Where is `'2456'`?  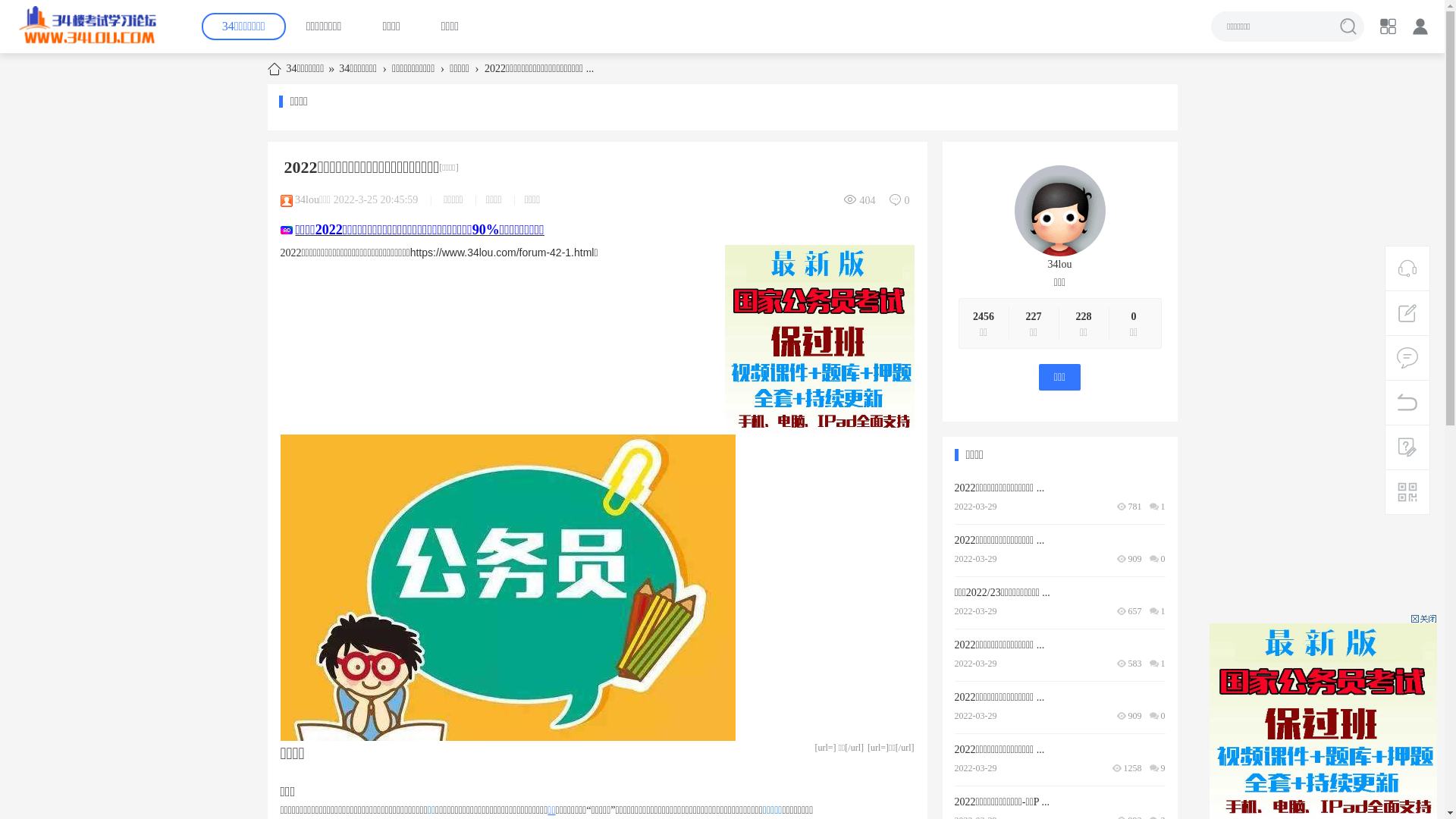 '2456' is located at coordinates (983, 315).